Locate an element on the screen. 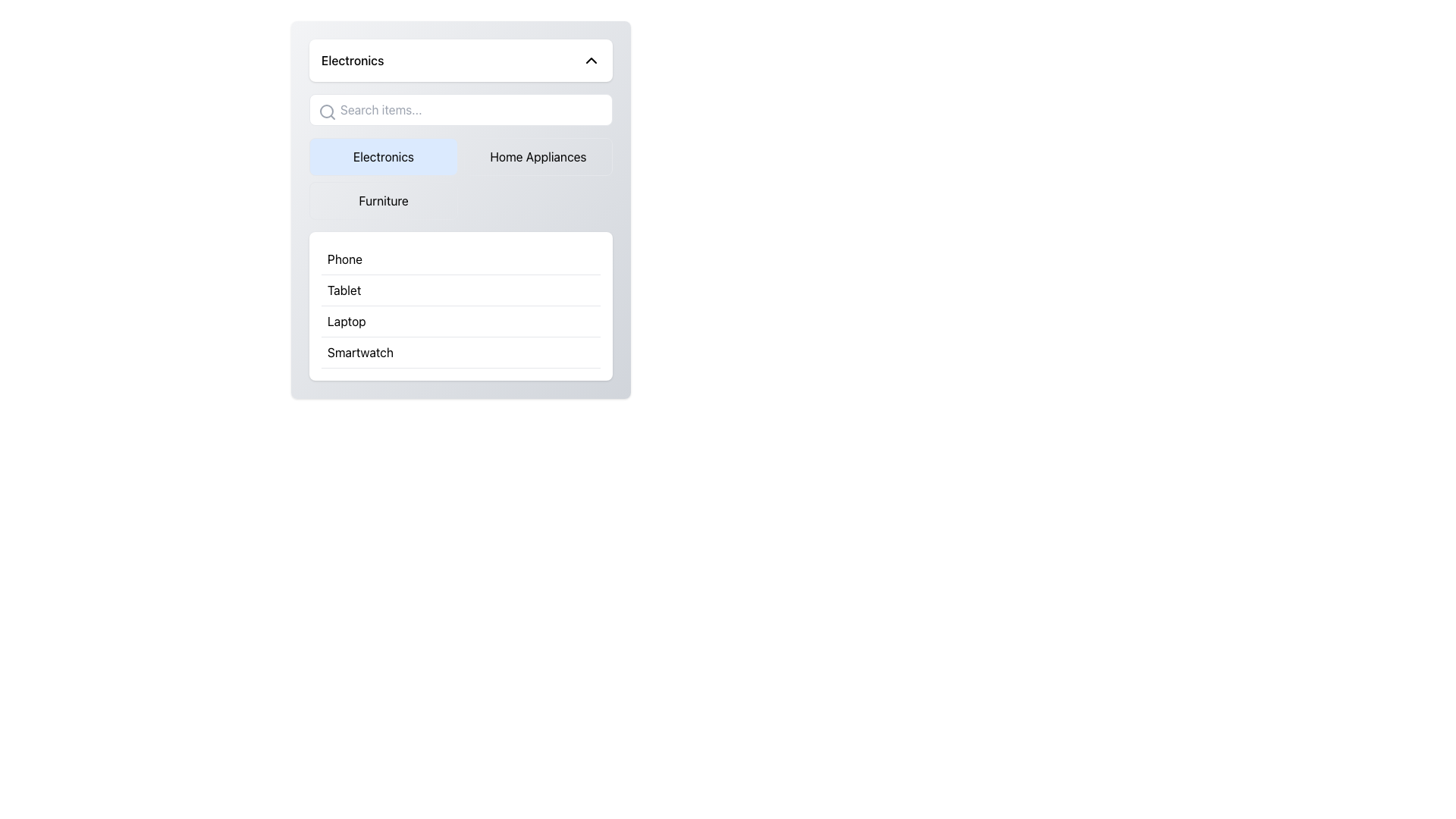  the search icon represented by a magnifying glass with a circular frame and handle, located at the beginning of the search bar is located at coordinates (327, 111).